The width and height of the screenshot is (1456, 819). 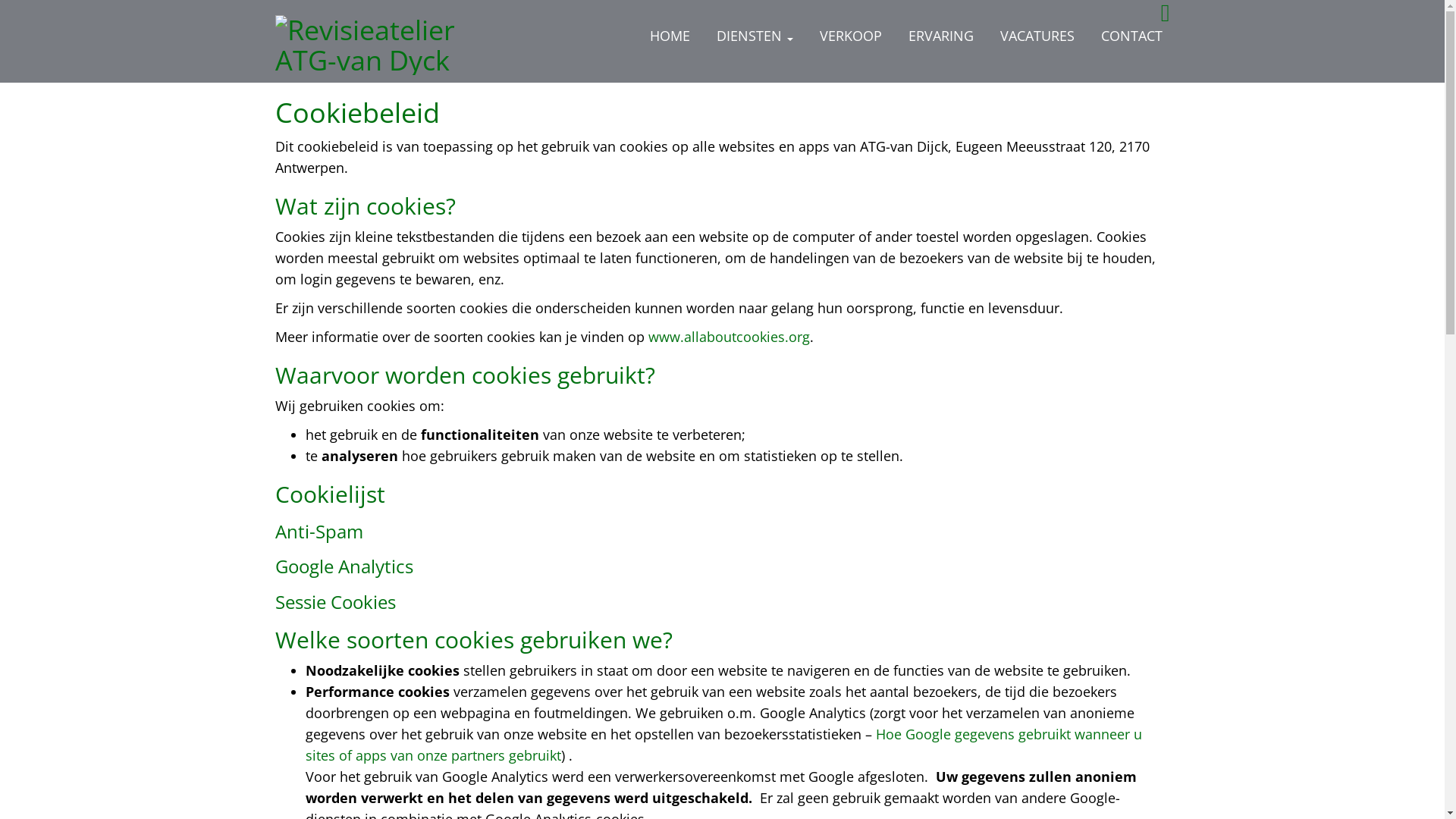 I want to click on 'DIENSTEN', so click(x=754, y=35).